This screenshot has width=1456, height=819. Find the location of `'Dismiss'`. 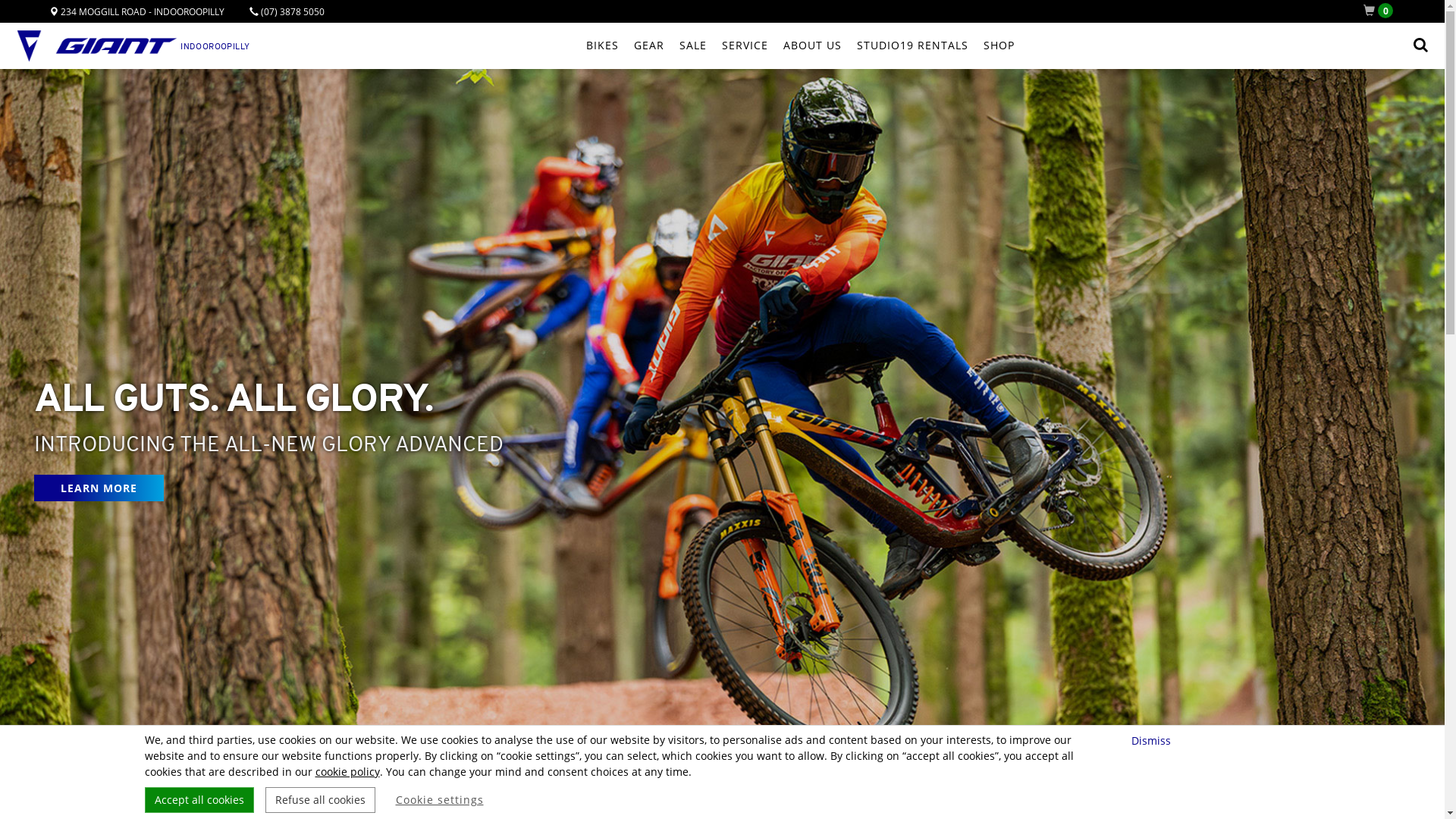

'Dismiss' is located at coordinates (1153, 739).